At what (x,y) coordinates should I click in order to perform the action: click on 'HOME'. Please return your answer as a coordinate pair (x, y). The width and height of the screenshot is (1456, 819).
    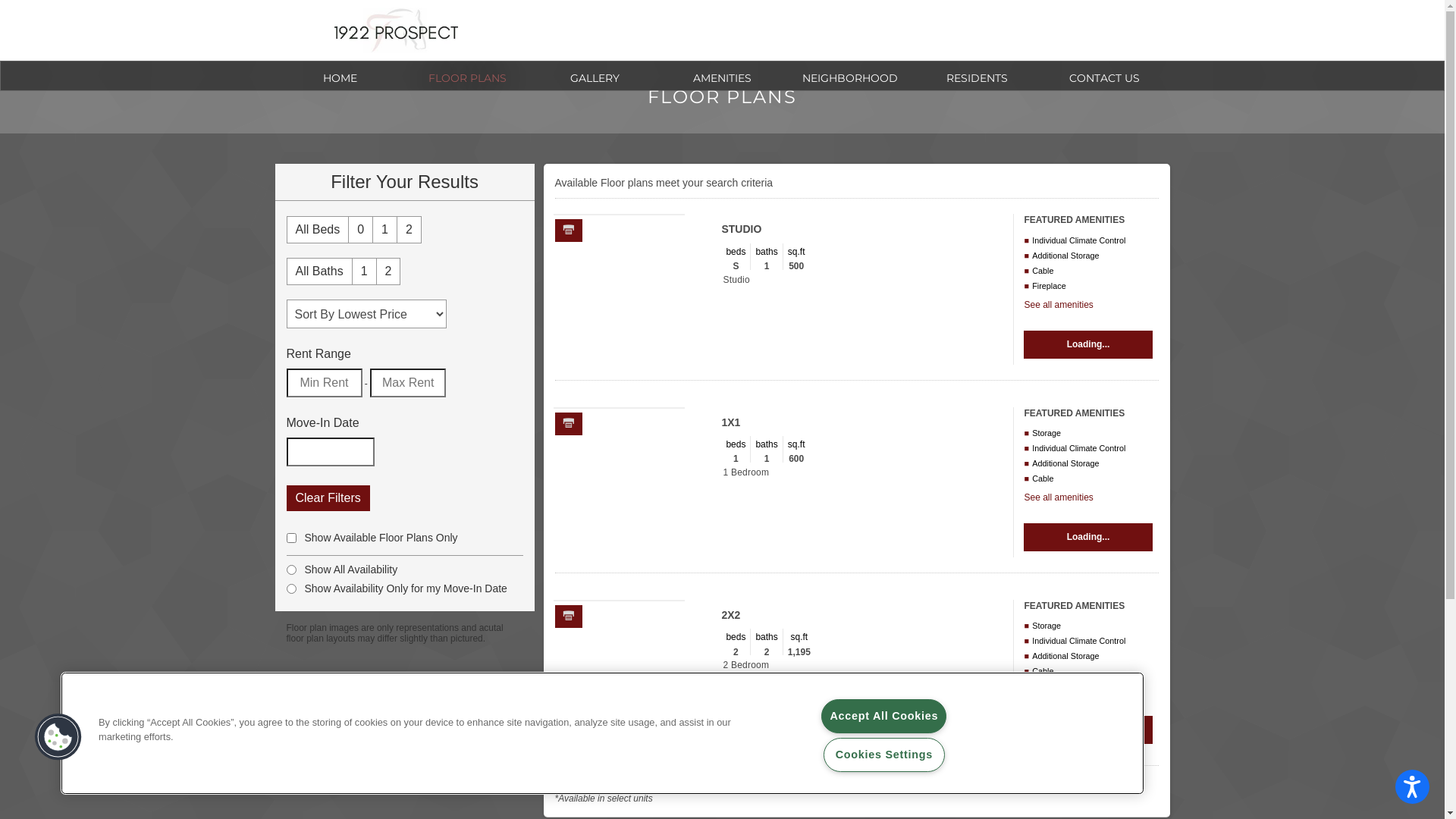
    Looking at the image, I should click on (338, 76).